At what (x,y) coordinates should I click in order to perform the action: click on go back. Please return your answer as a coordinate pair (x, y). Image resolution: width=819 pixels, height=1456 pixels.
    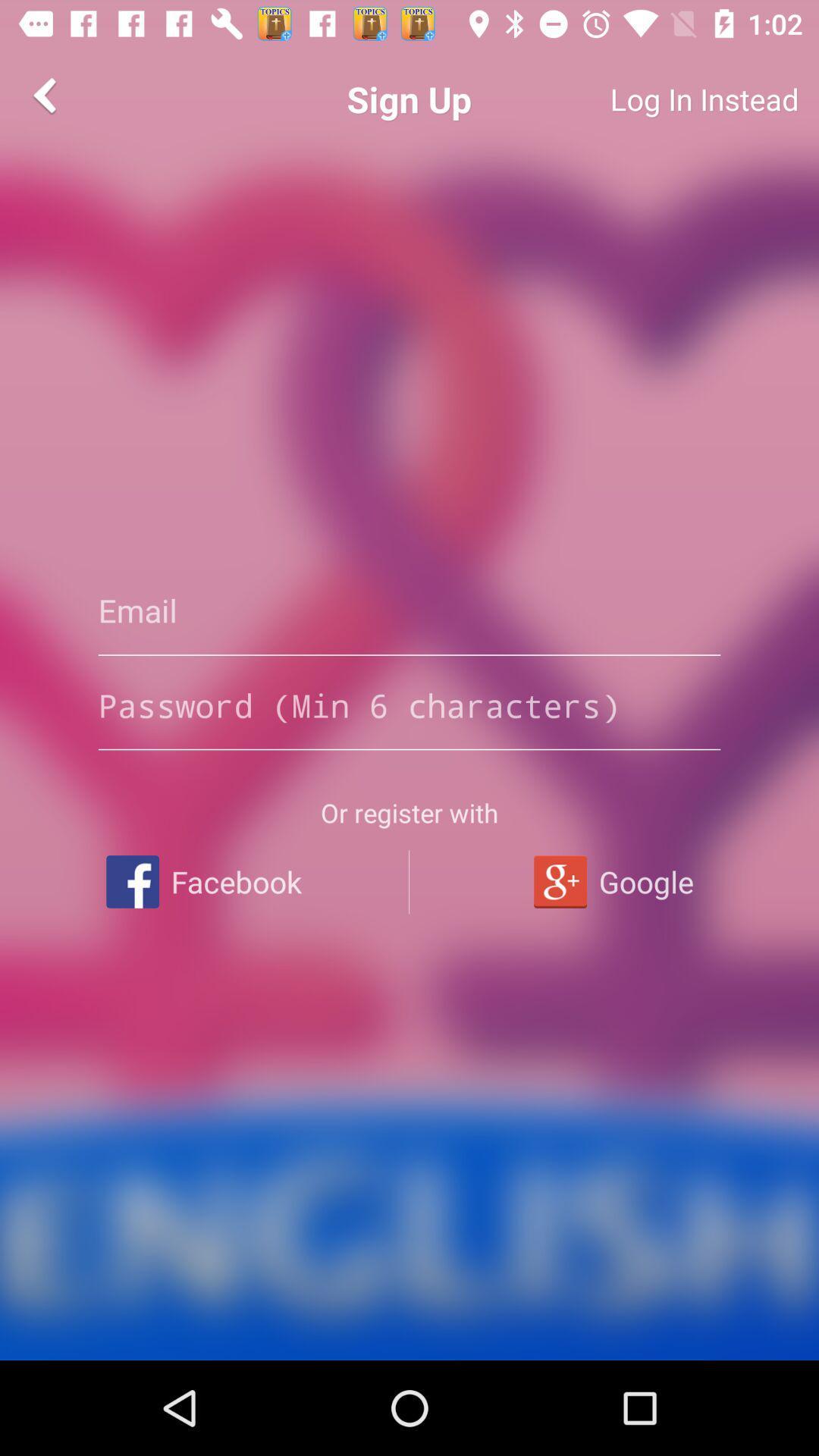
    Looking at the image, I should click on (46, 94).